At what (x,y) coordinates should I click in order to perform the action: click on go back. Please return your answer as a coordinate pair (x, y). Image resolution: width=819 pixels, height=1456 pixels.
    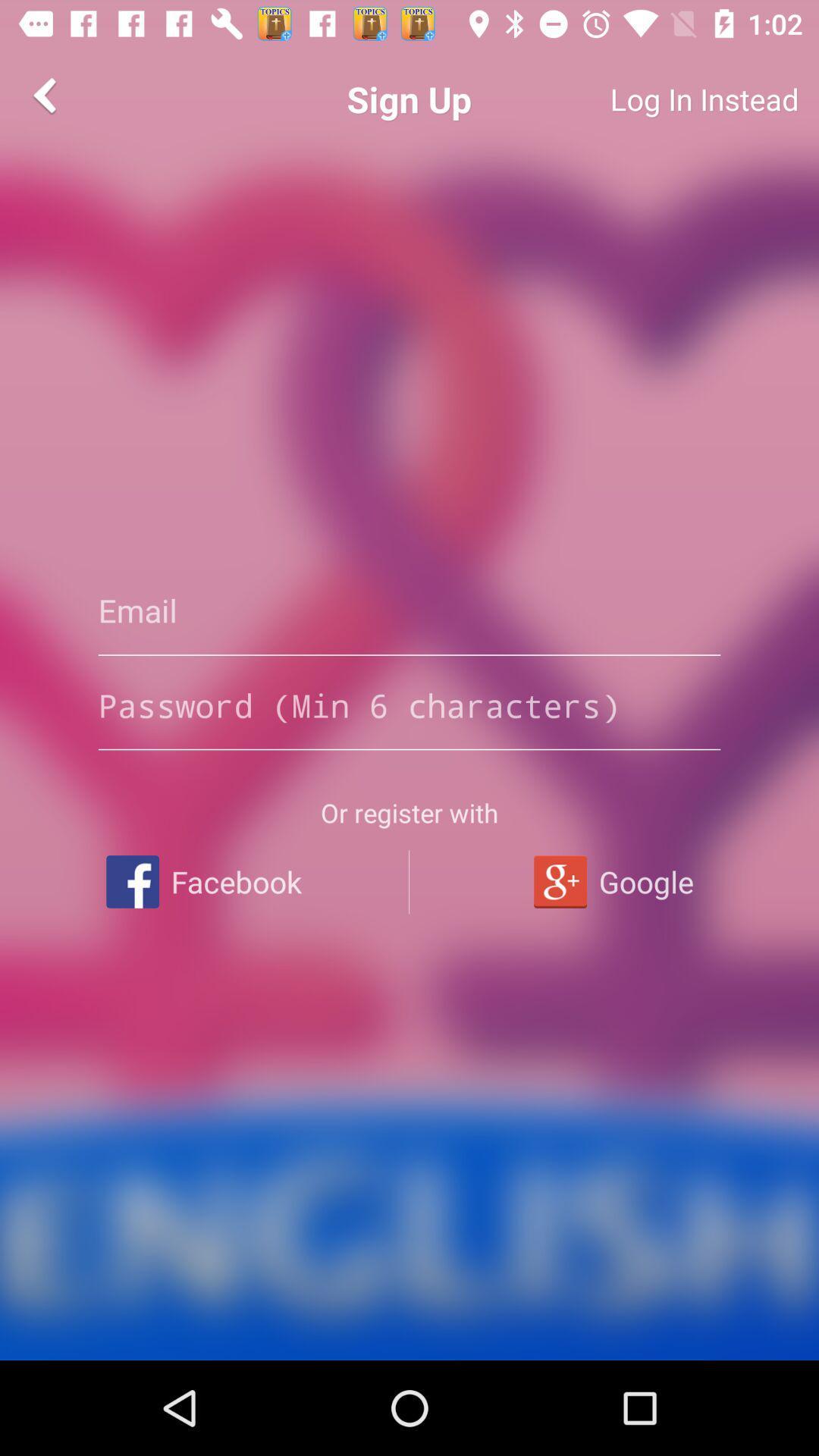
    Looking at the image, I should click on (46, 94).